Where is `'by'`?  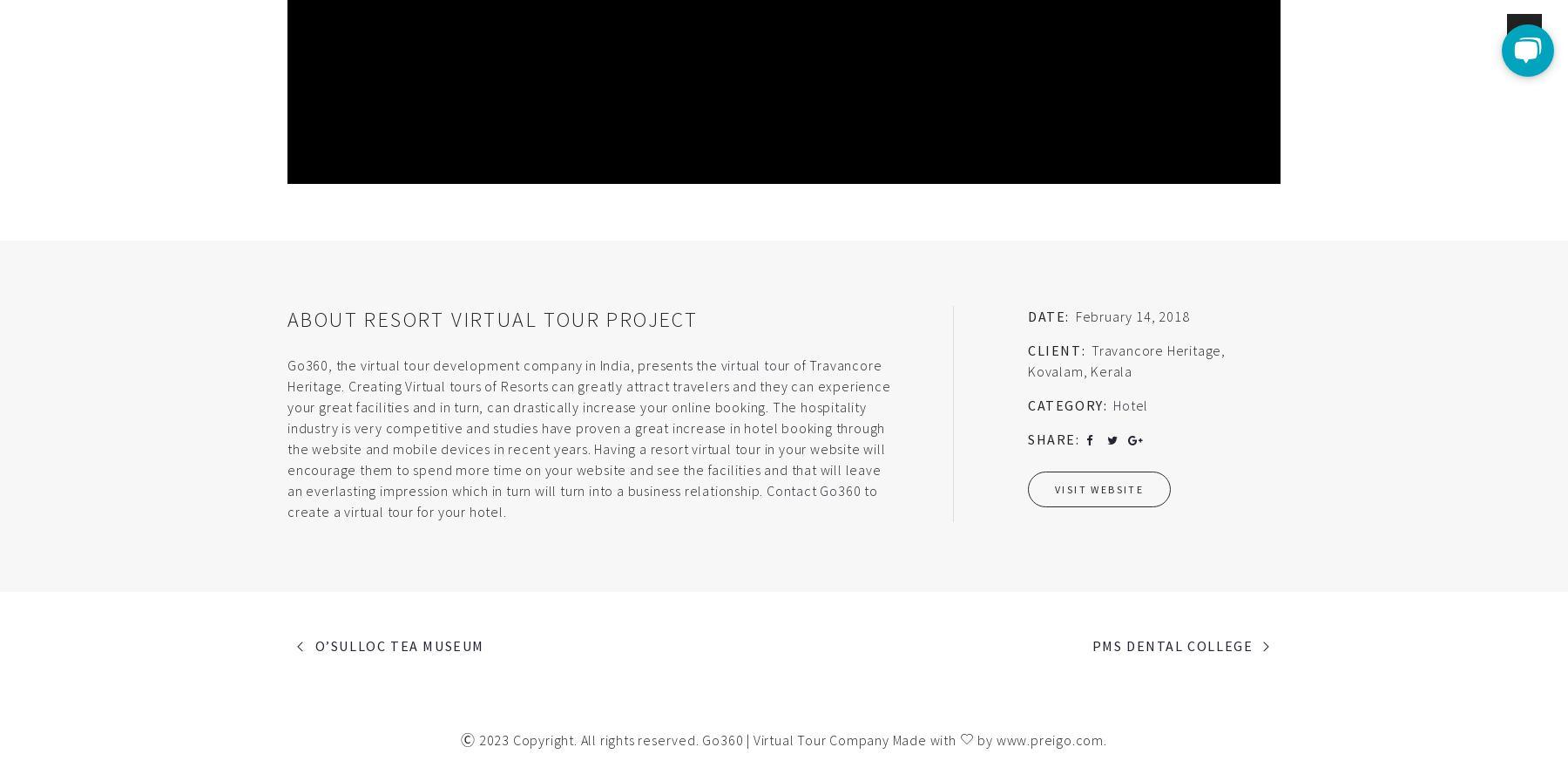
'by' is located at coordinates (983, 738).